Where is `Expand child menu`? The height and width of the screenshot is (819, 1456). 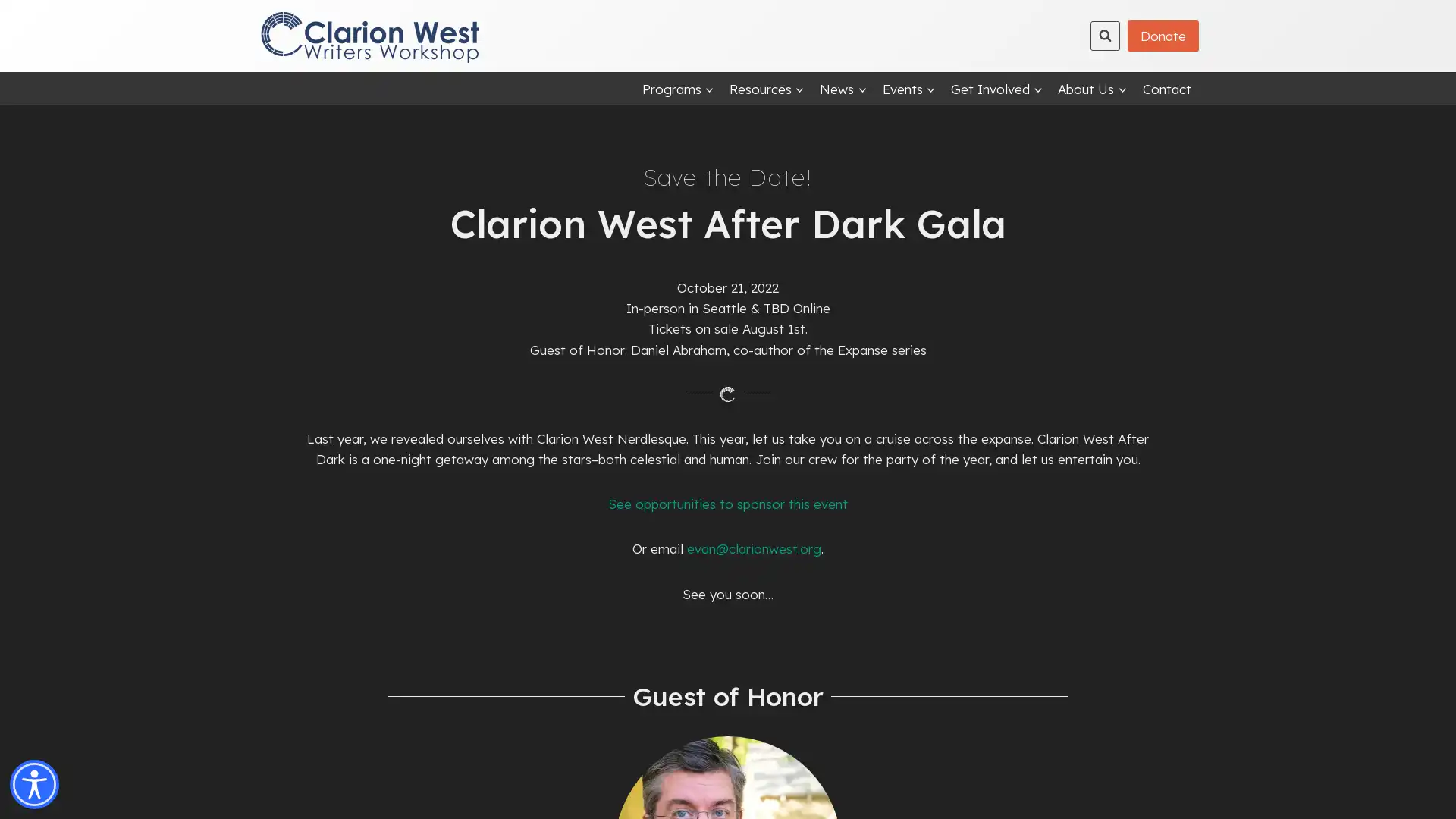 Expand child menu is located at coordinates (996, 88).